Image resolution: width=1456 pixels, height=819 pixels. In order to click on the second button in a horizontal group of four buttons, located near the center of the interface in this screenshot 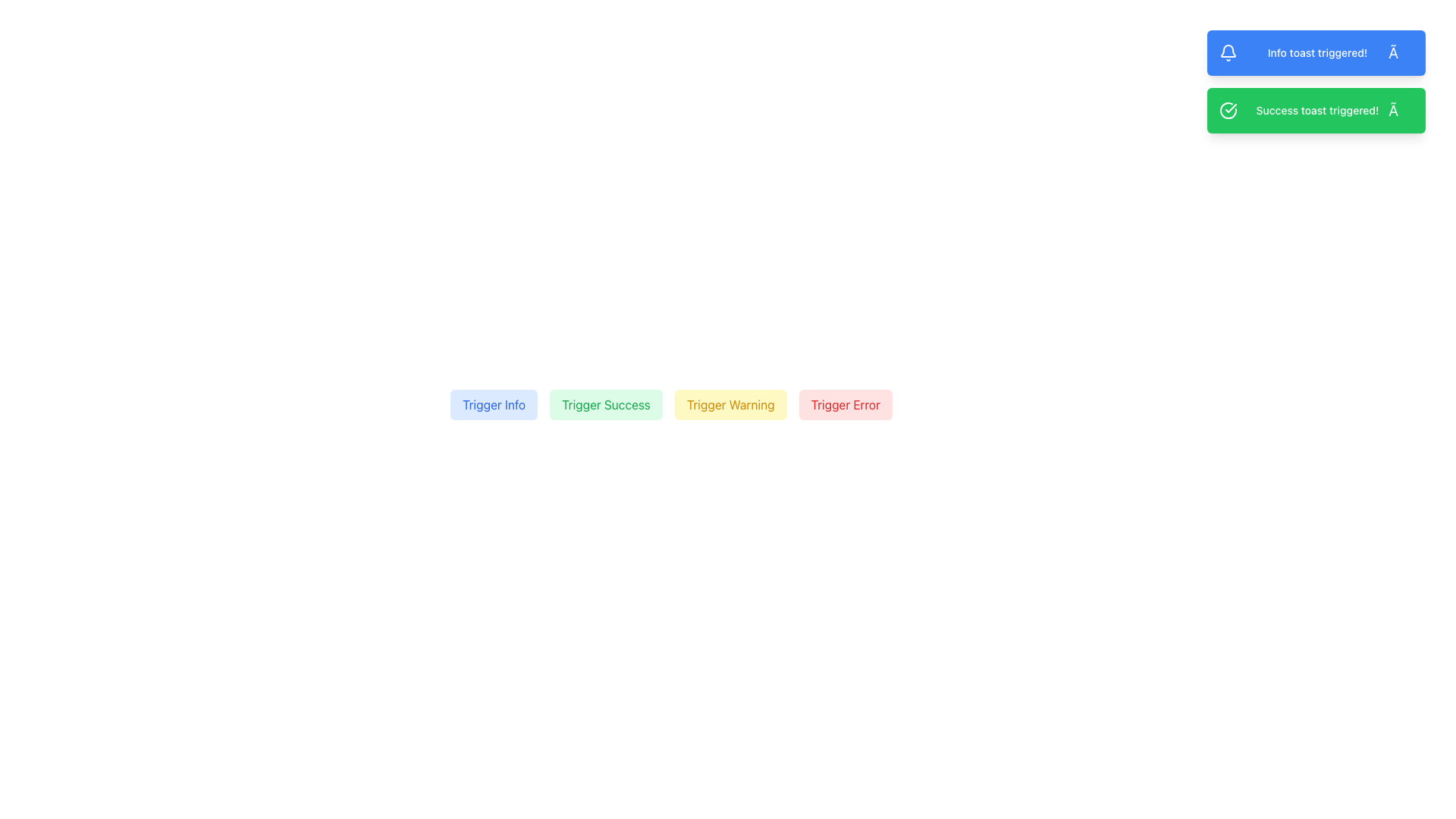, I will do `click(605, 403)`.